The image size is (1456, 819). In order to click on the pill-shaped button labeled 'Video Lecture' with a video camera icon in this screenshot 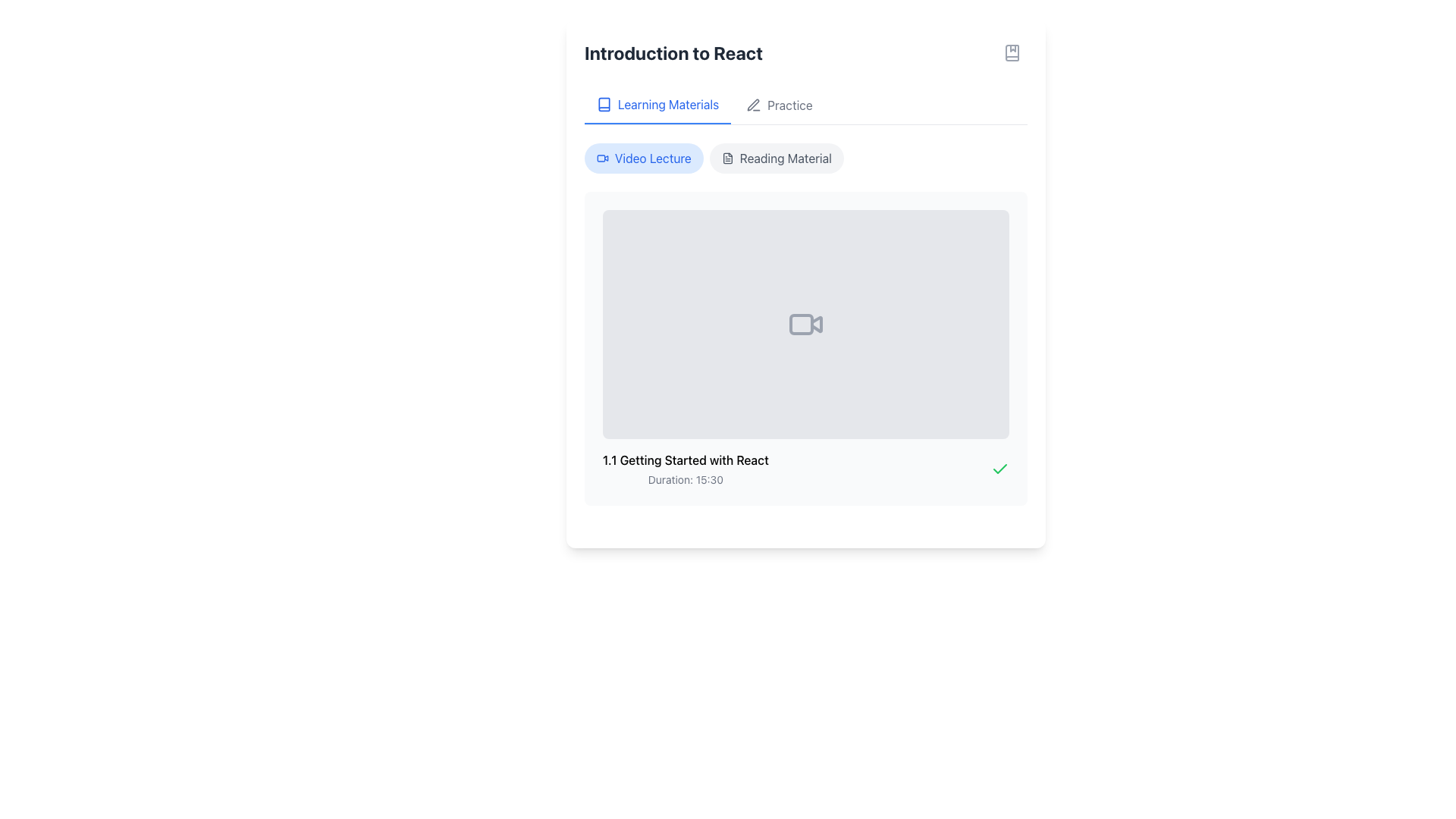, I will do `click(644, 158)`.